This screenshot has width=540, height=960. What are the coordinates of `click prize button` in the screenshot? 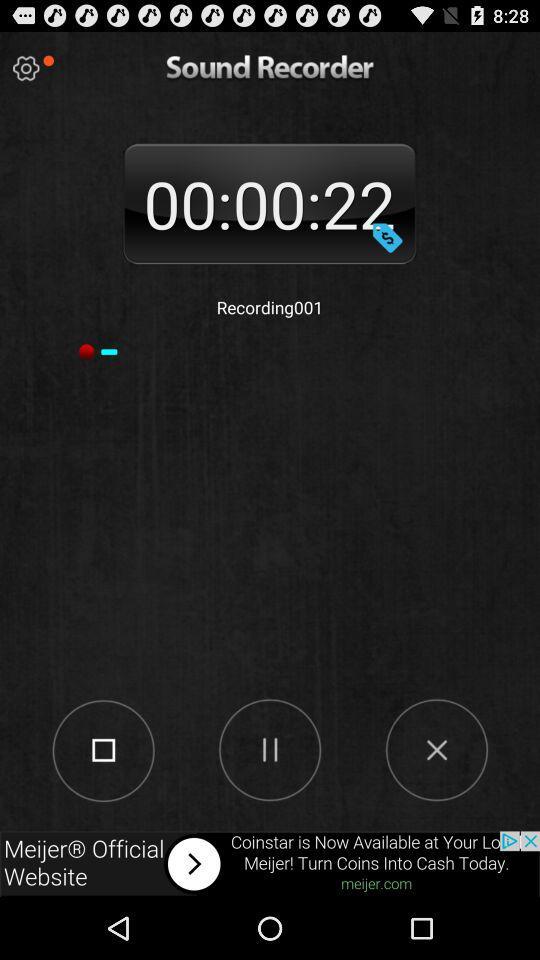 It's located at (387, 237).